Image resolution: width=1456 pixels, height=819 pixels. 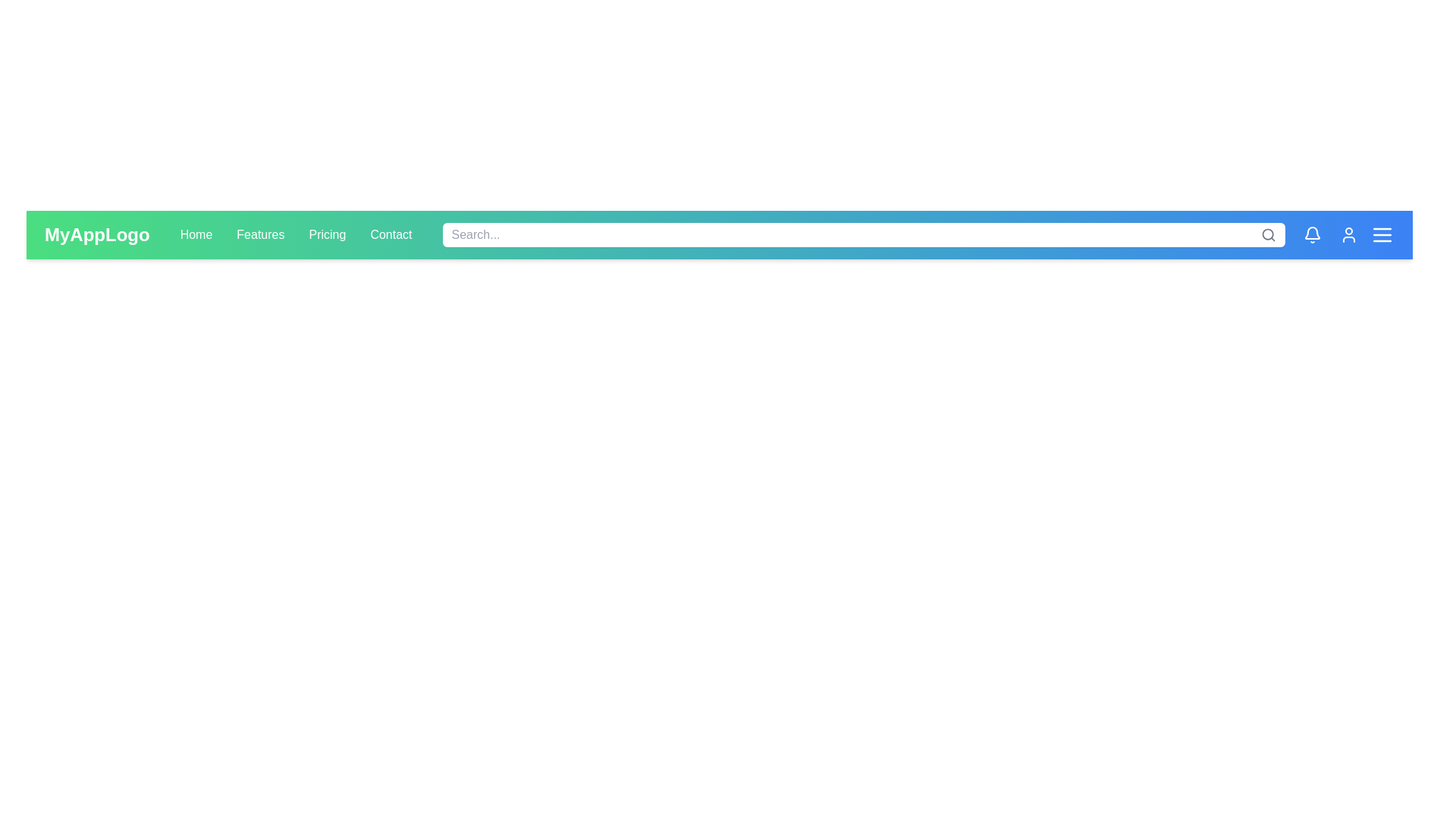 I want to click on the fourth navigation link labeled 'Contact' in the top left navigation menu, so click(x=391, y=234).